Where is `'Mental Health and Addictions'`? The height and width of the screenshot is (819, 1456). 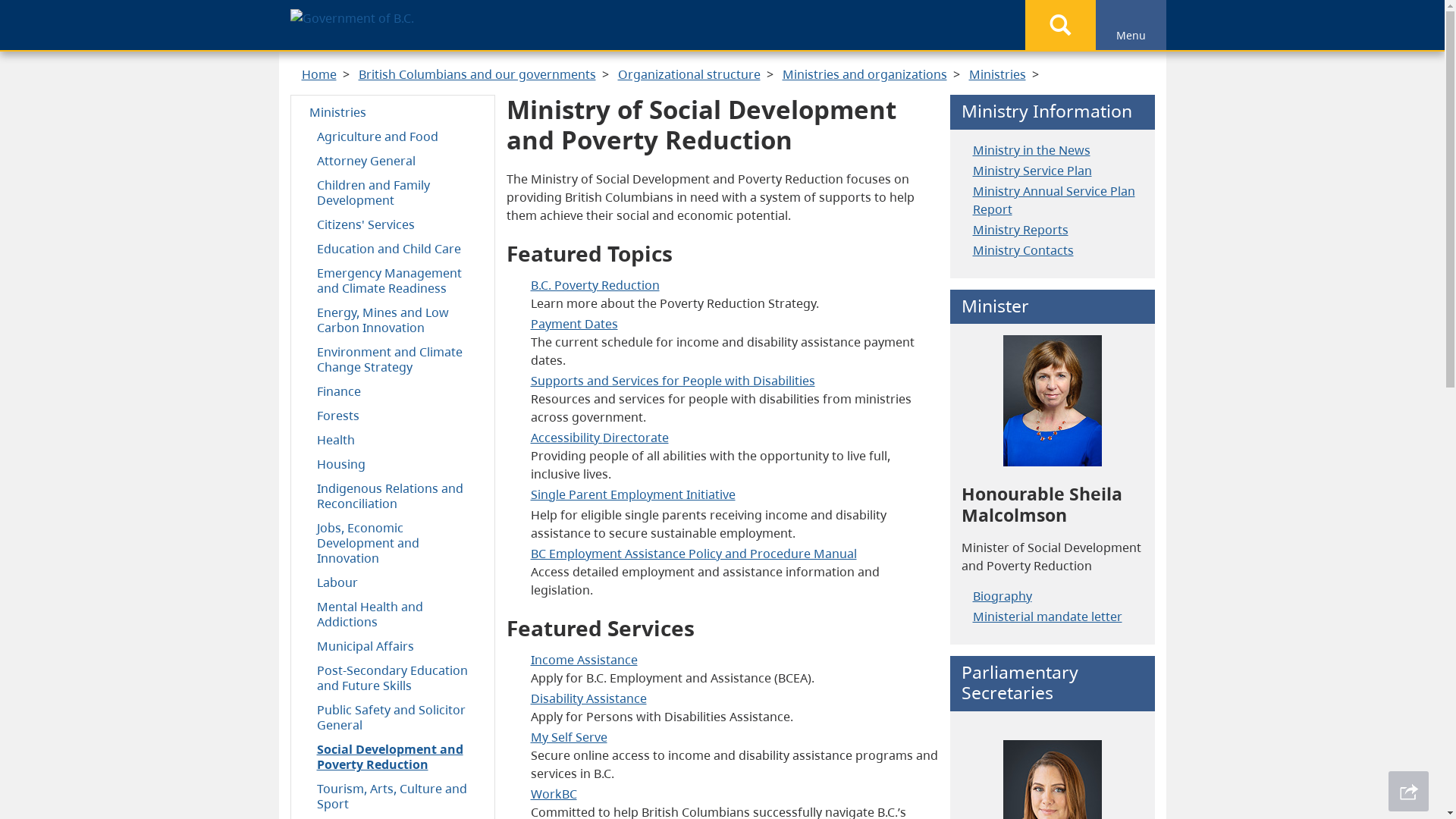
'Mental Health and Addictions' is located at coordinates (312, 613).